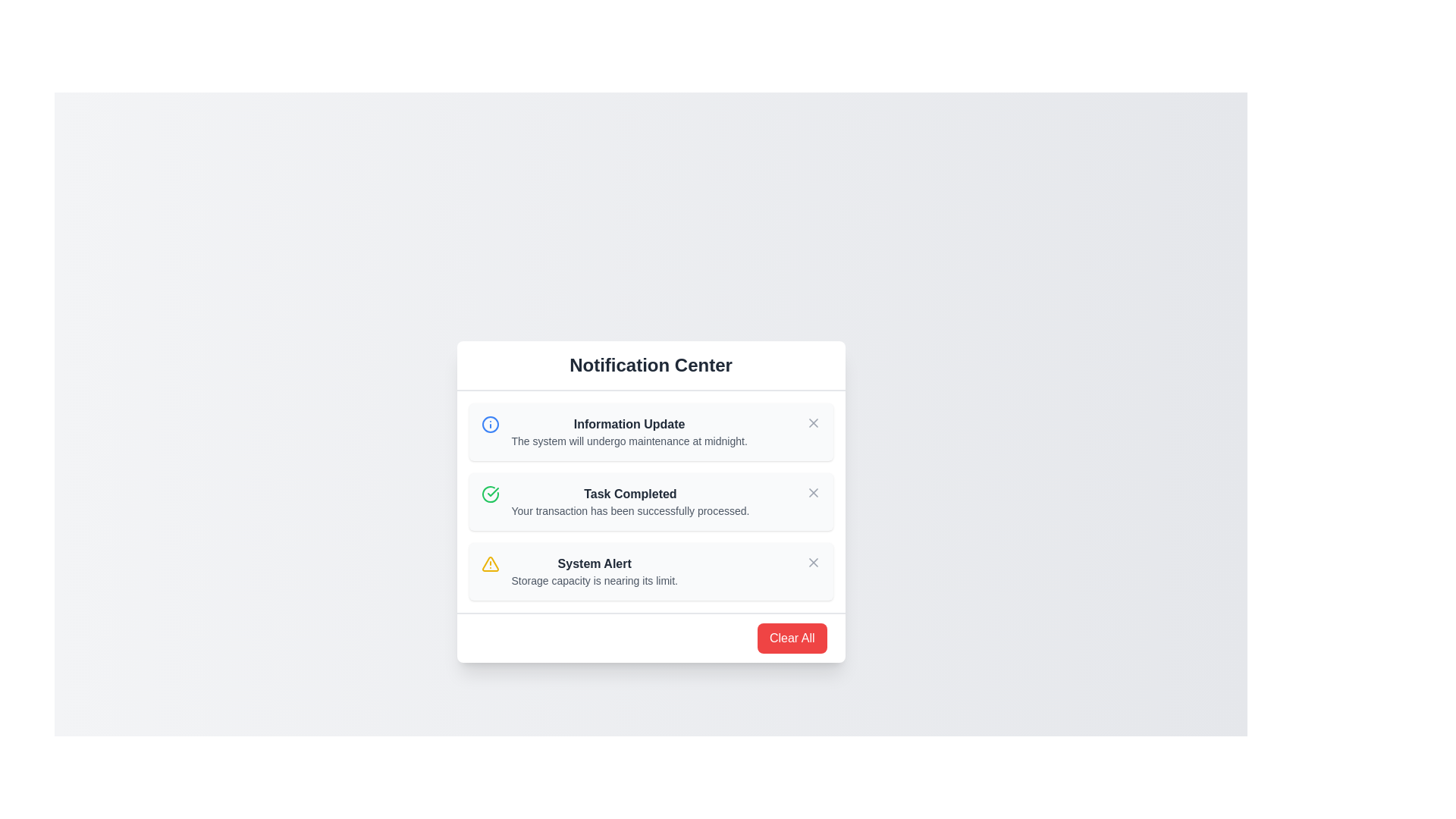 The height and width of the screenshot is (819, 1456). Describe the element at coordinates (812, 562) in the screenshot. I see `the close button with an 'X' mark located at the top right corner of the 'System Alert' notification item in the Notification Center panel` at that location.